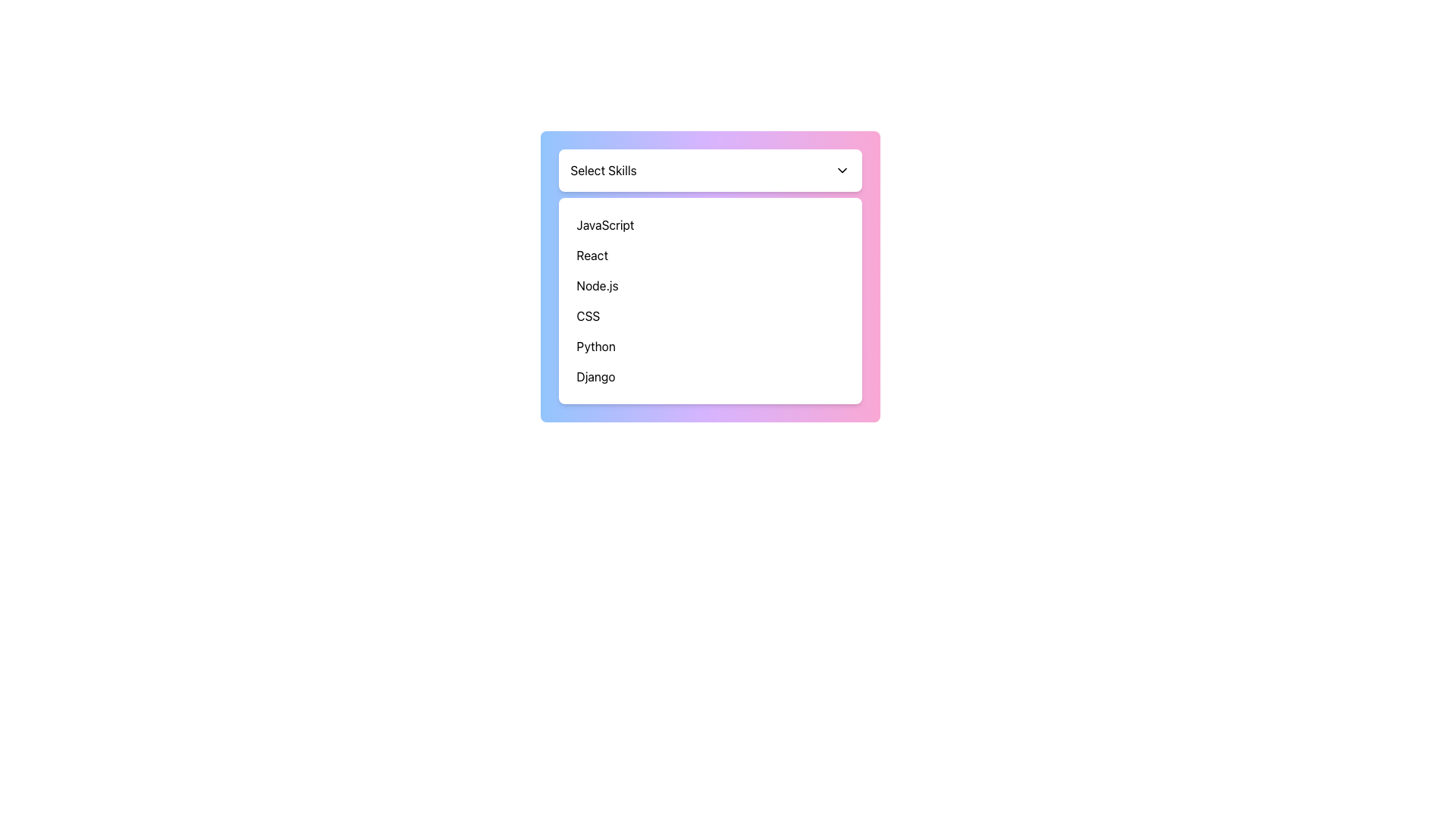  What do you see at coordinates (591, 254) in the screenshot?
I see `the 'React' option in the dropdown menu` at bounding box center [591, 254].